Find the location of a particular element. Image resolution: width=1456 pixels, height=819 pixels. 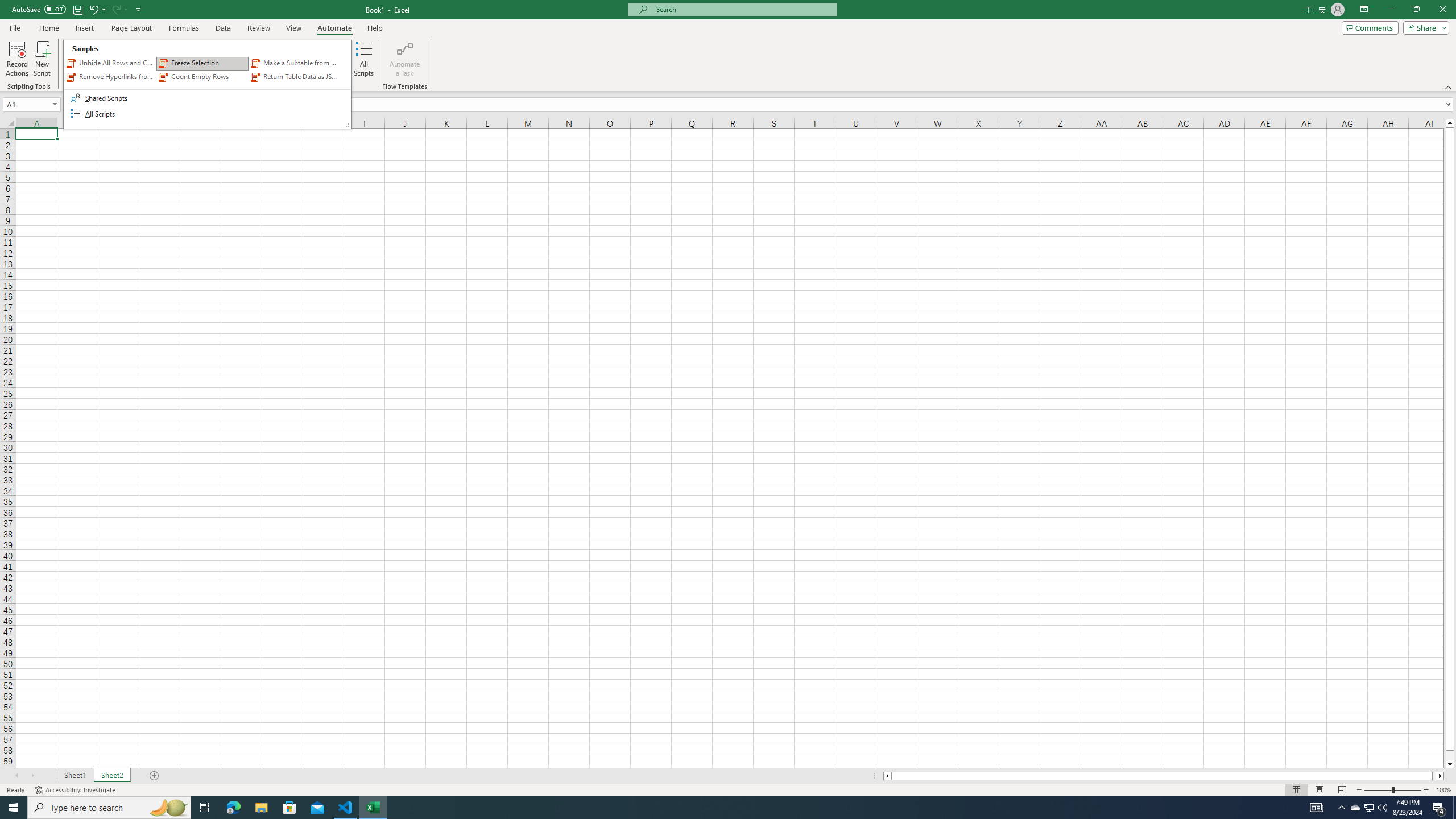

'Minimize' is located at coordinates (1389, 9).